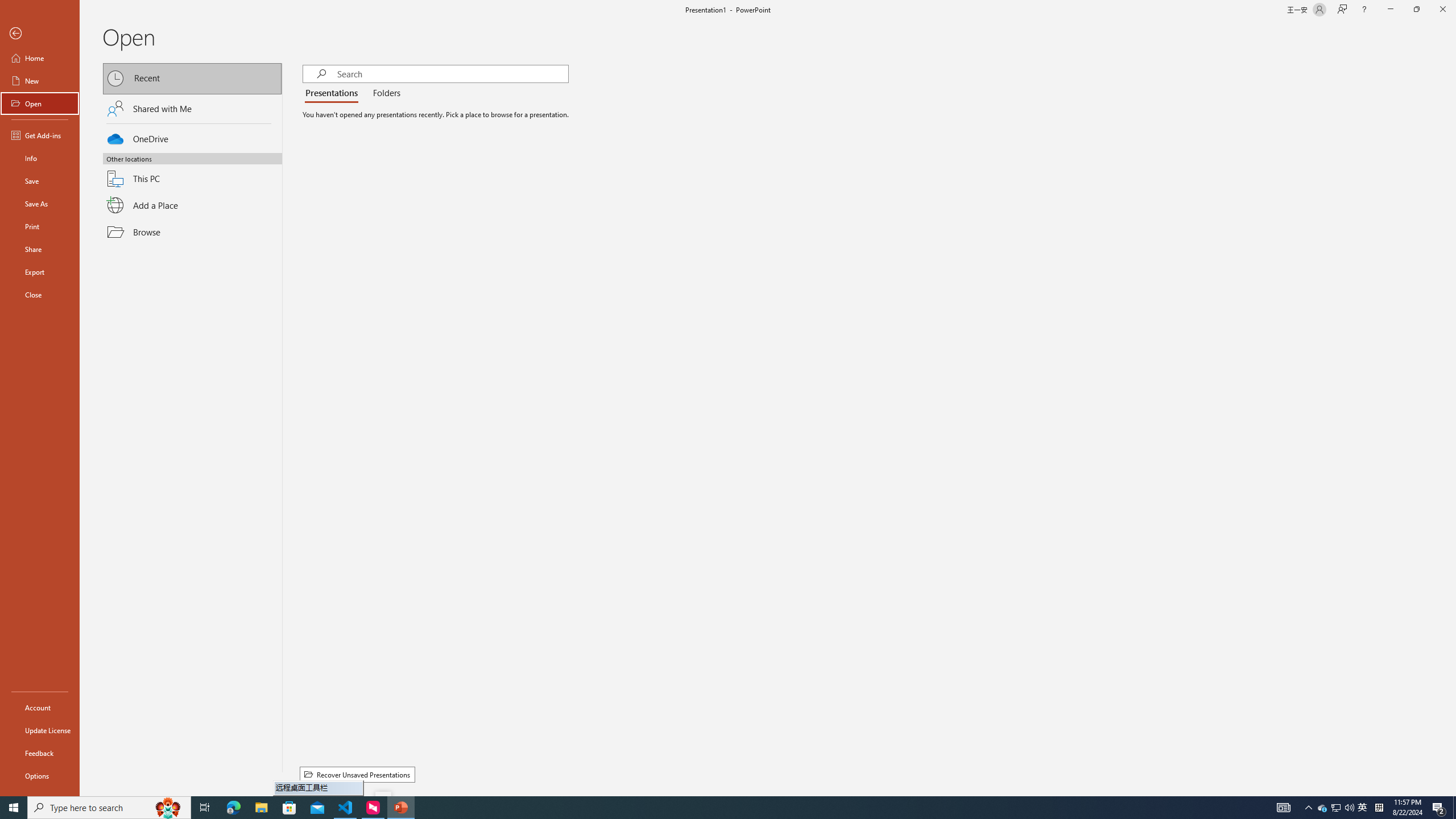 The image size is (1456, 819). Describe the element at coordinates (334, 93) in the screenshot. I see `'Presentations'` at that location.